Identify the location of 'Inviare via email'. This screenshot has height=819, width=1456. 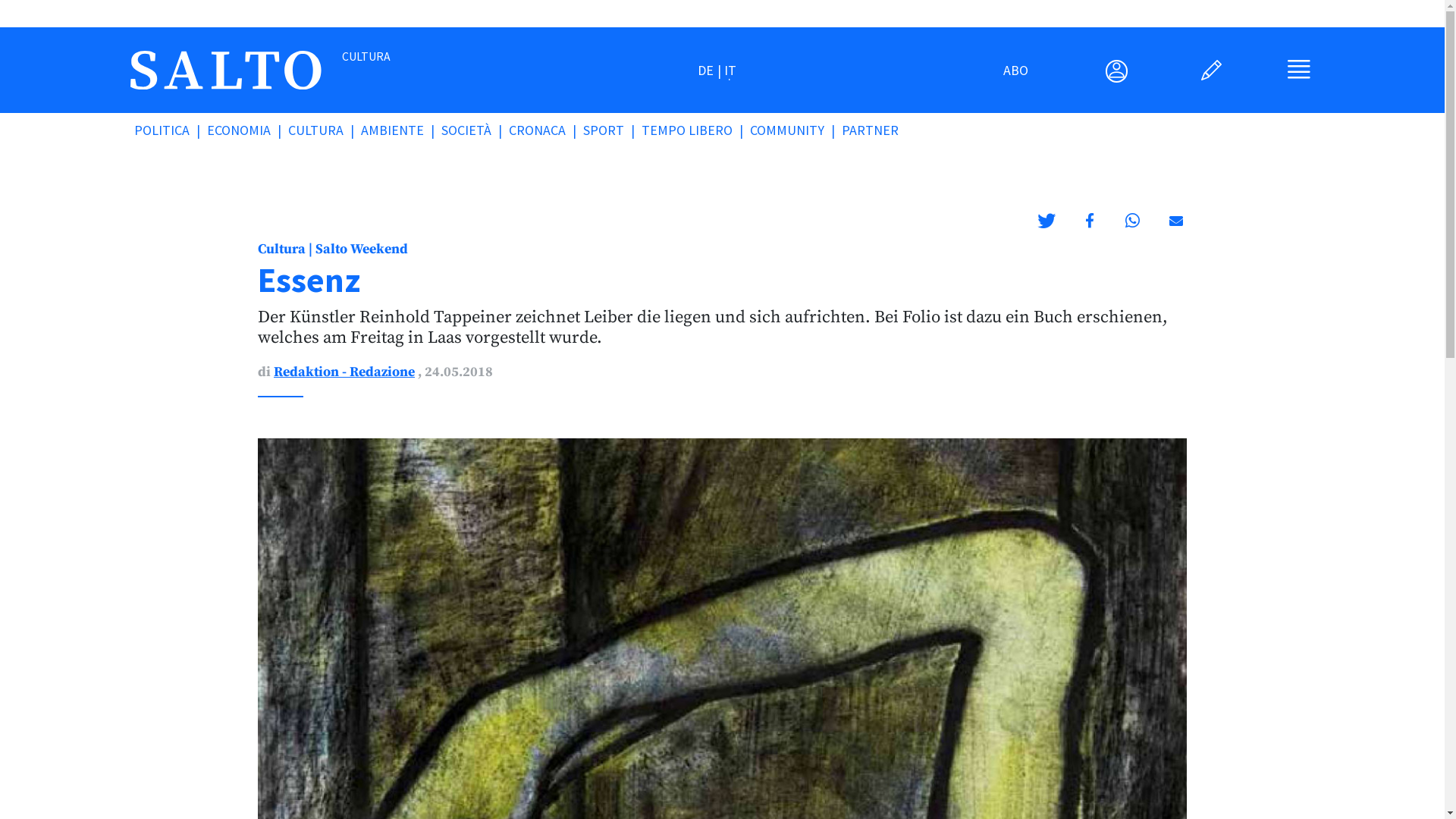
(1175, 219).